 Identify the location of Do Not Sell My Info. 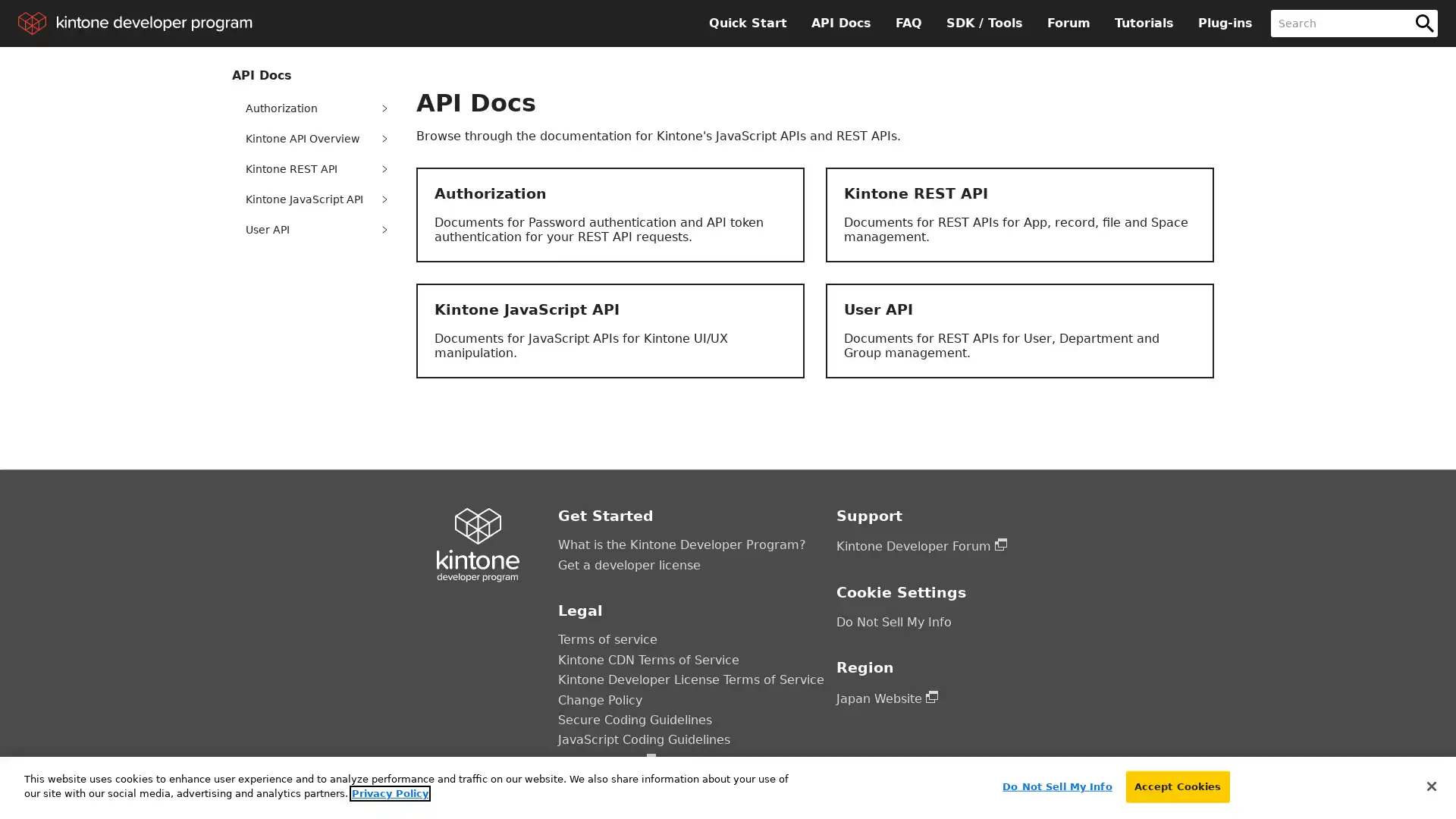
(893, 622).